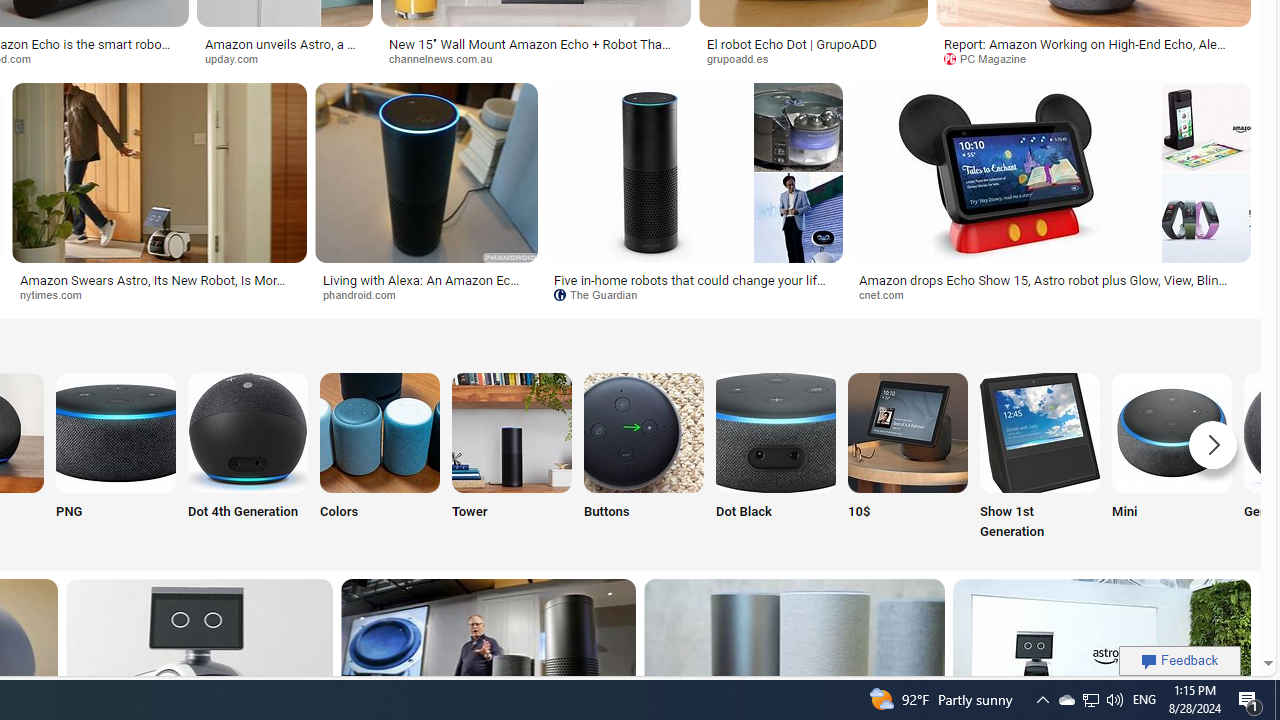  What do you see at coordinates (366, 294) in the screenshot?
I see `'phandroid.com'` at bounding box center [366, 294].